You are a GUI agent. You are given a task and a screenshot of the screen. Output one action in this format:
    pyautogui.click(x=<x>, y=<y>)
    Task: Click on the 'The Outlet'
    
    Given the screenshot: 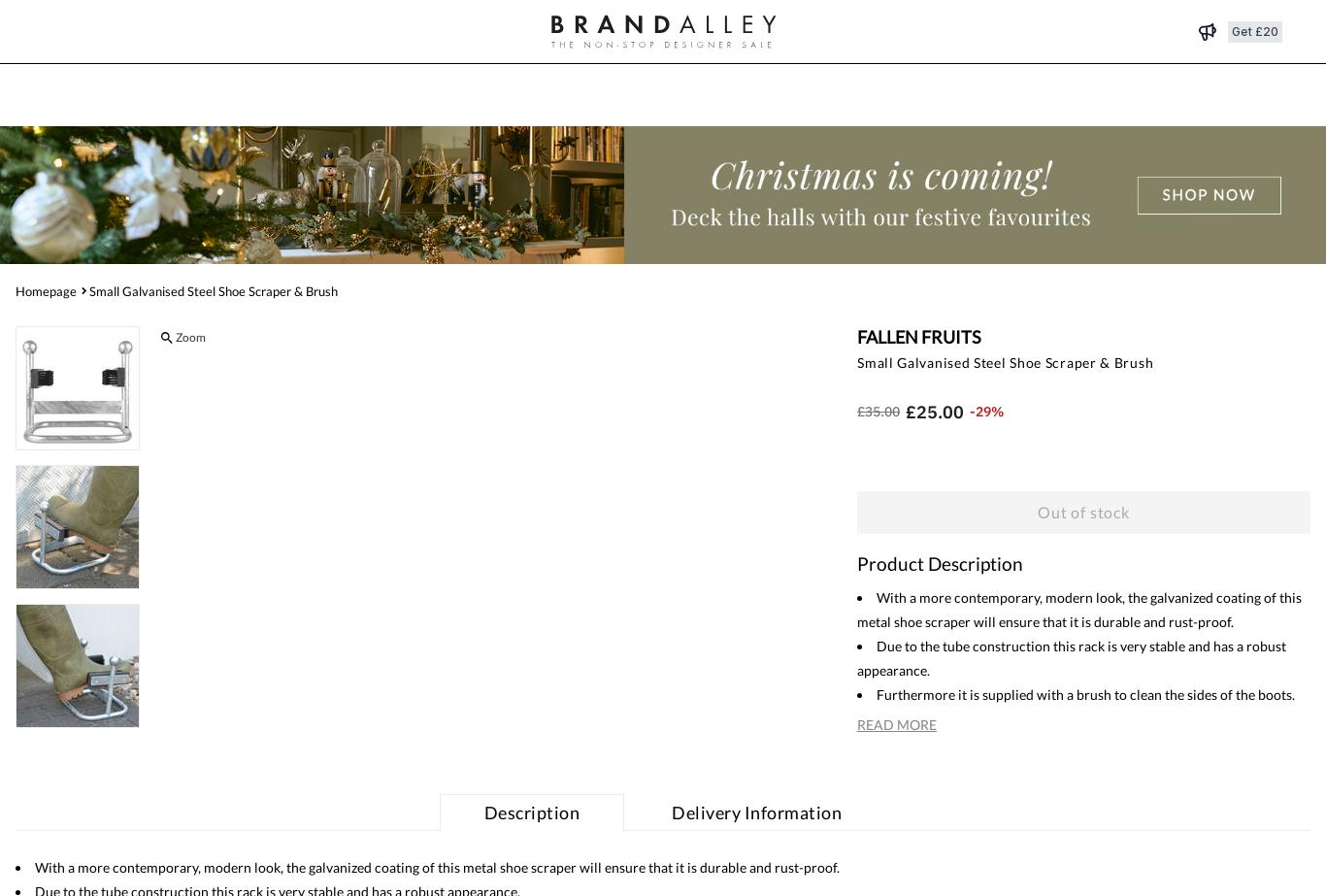 What is the action you would take?
    pyautogui.click(x=626, y=95)
    